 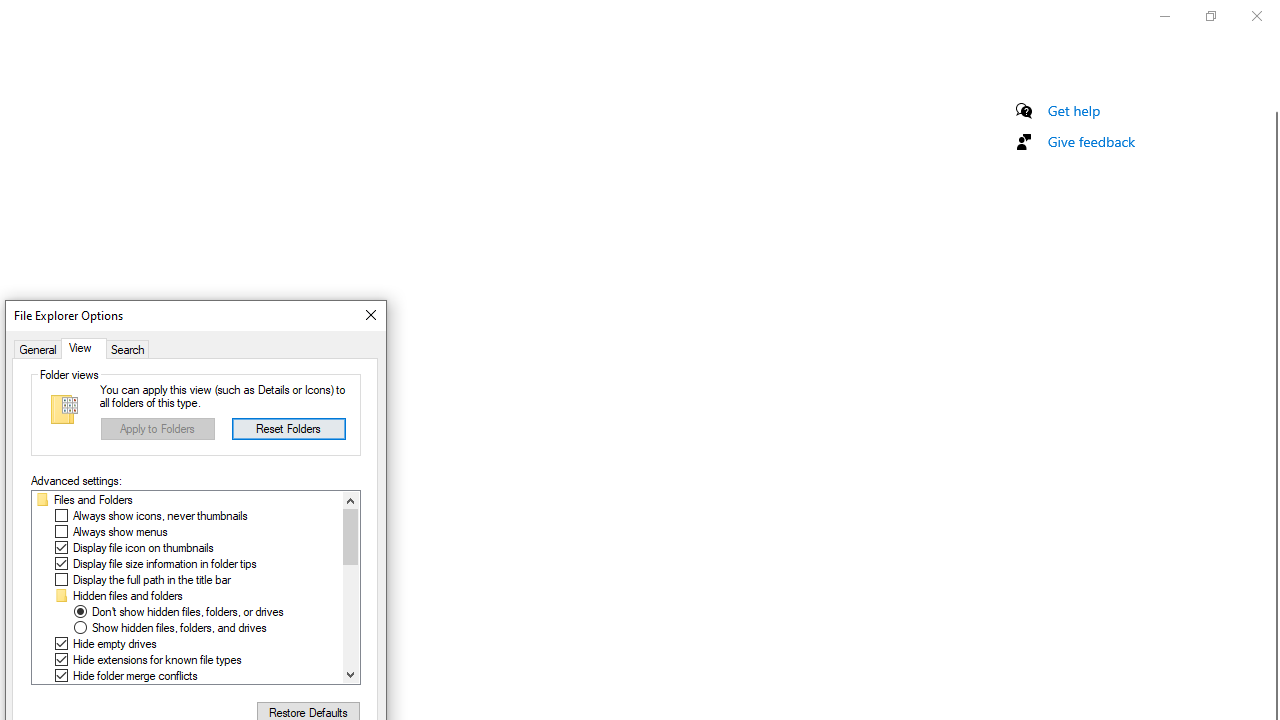 What do you see at coordinates (187, 611) in the screenshot?
I see `'Don'` at bounding box center [187, 611].